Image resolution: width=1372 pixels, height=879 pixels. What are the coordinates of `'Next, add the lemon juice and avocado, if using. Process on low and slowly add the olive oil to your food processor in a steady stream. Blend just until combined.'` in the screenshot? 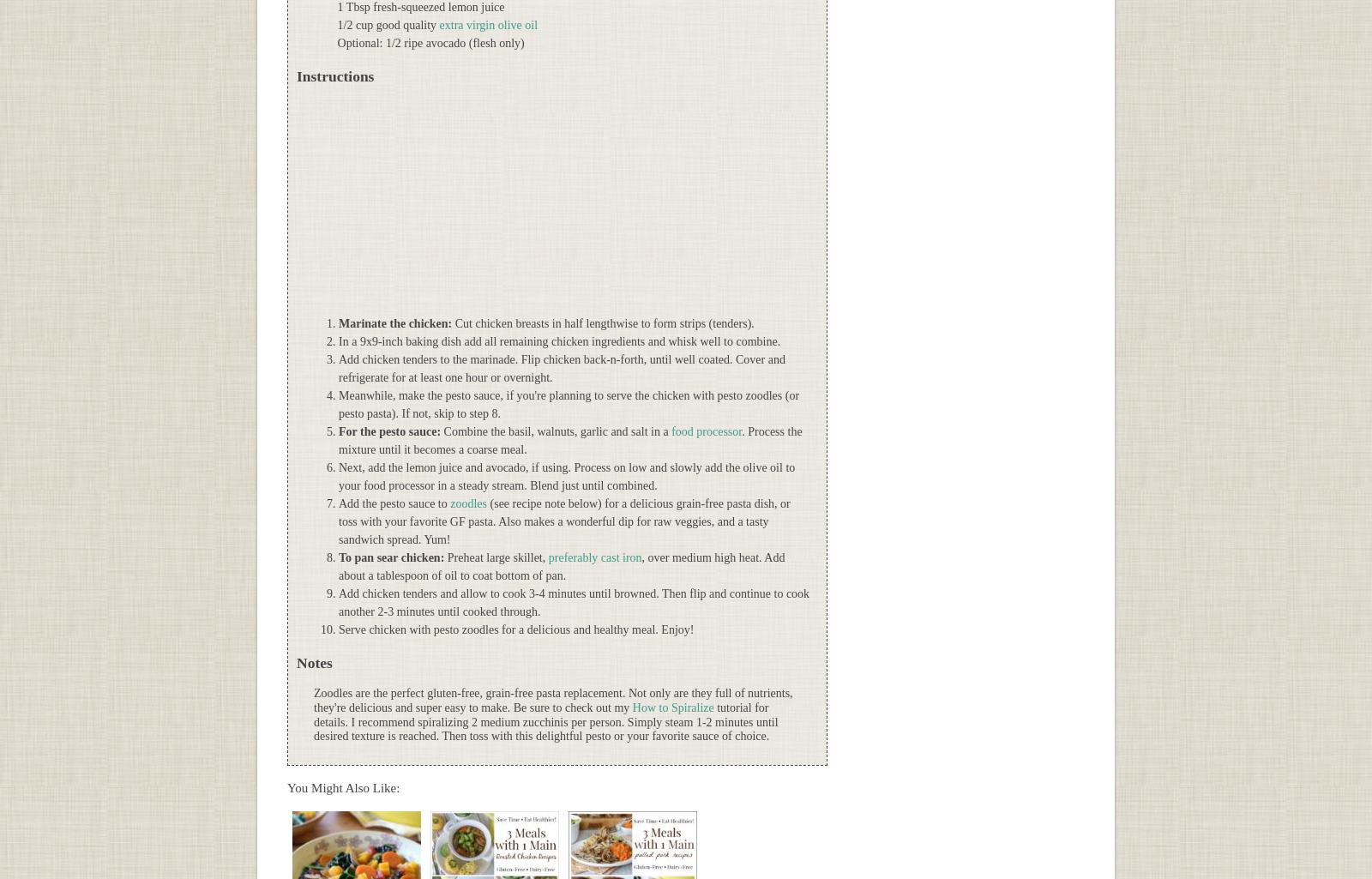 It's located at (566, 475).